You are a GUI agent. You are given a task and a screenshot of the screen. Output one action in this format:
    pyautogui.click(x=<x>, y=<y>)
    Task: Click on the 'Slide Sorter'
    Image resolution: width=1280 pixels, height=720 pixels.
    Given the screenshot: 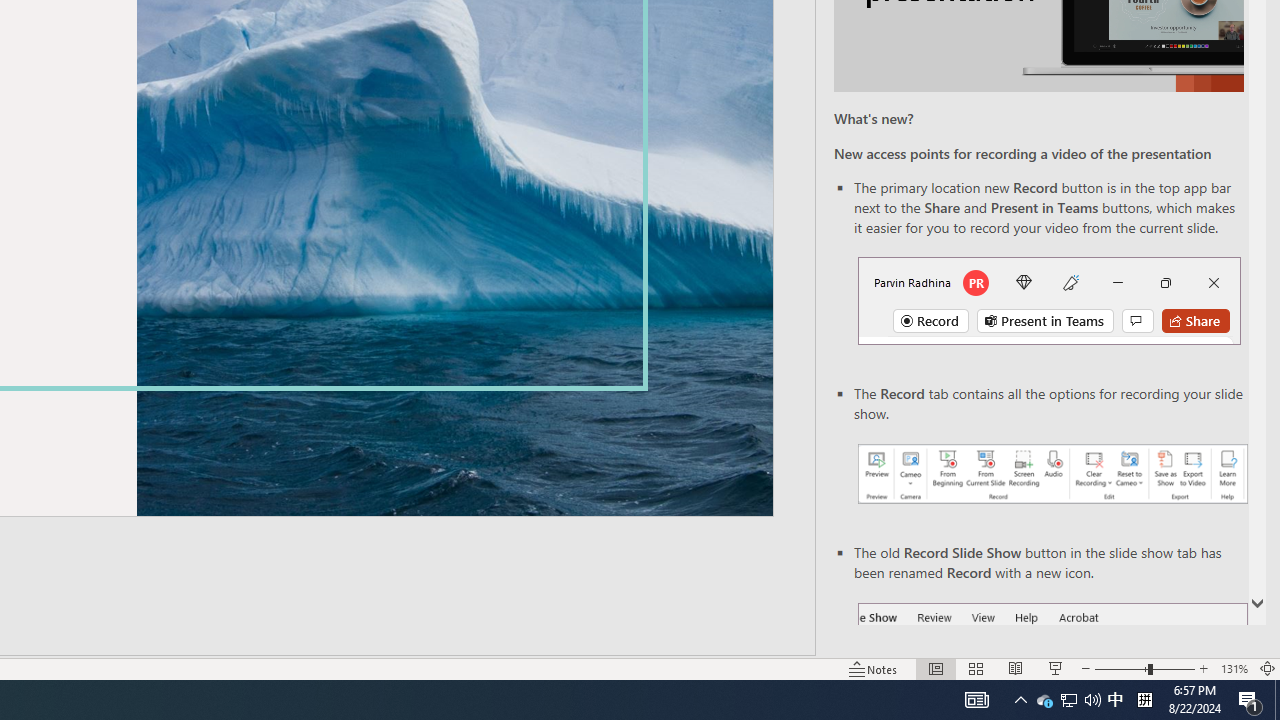 What is the action you would take?
    pyautogui.click(x=976, y=669)
    